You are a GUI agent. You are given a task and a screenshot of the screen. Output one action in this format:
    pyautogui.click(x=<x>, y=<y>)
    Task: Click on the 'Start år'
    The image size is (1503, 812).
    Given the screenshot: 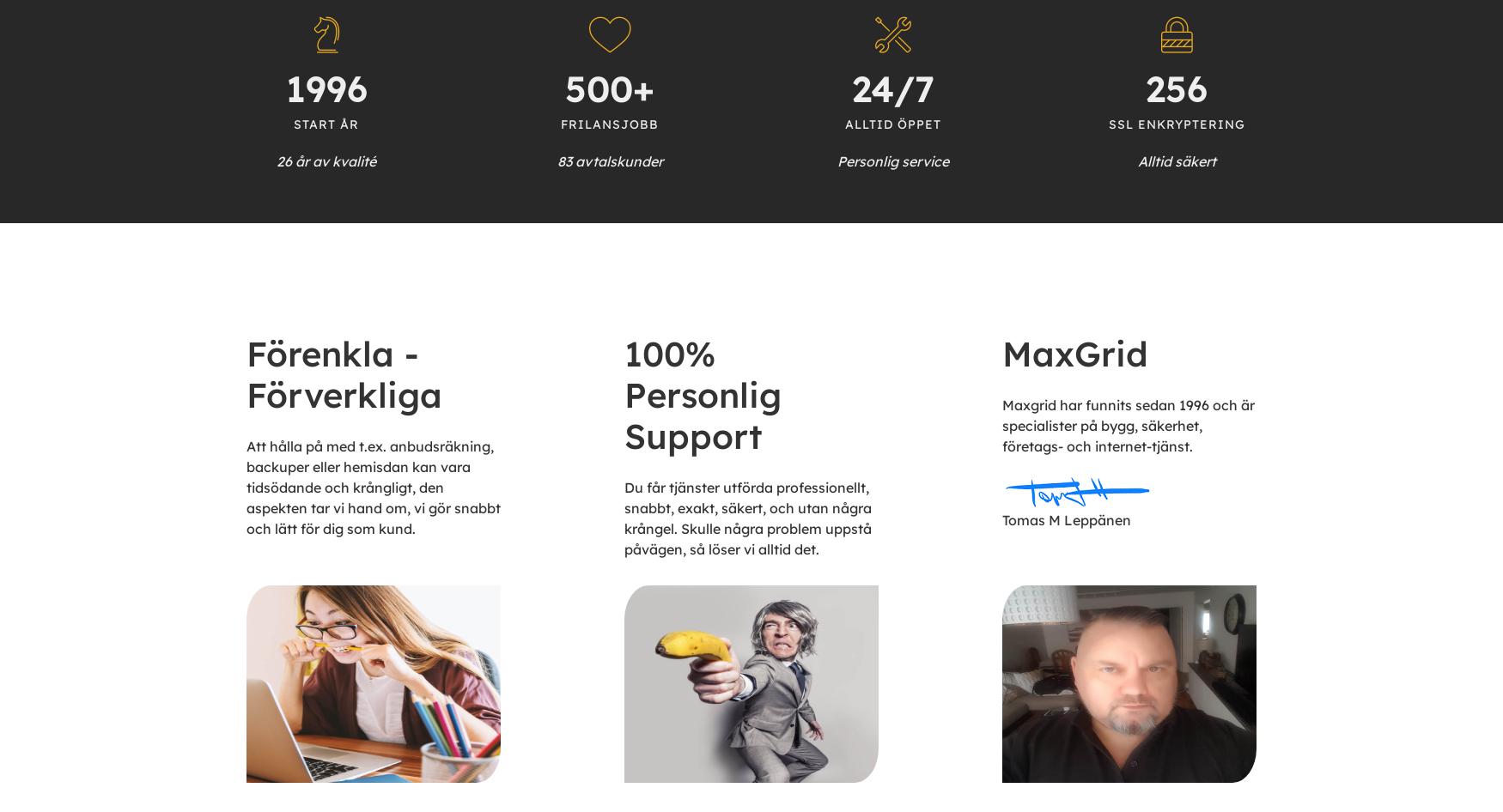 What is the action you would take?
    pyautogui.click(x=325, y=122)
    